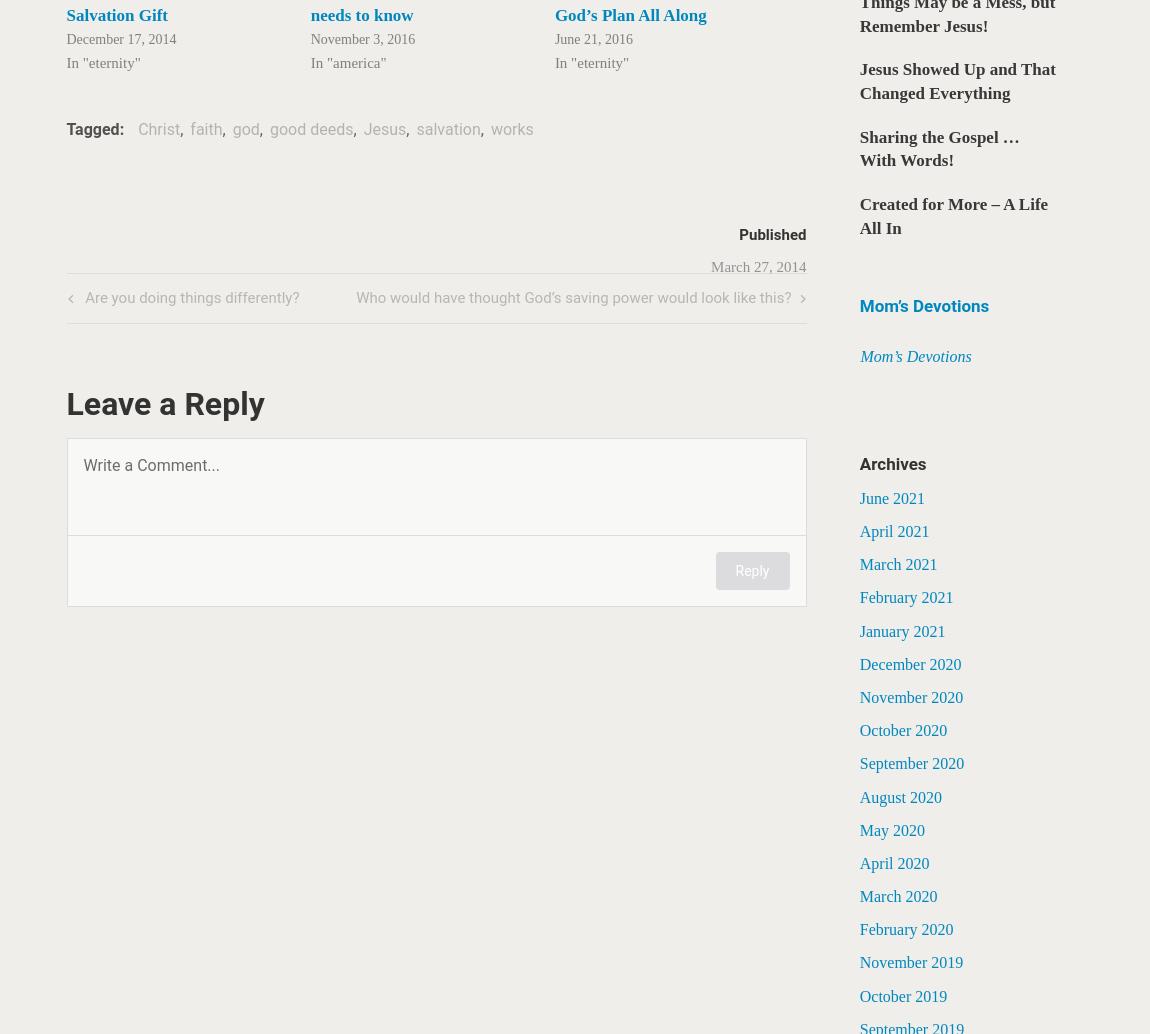 This screenshot has height=1034, width=1150. Describe the element at coordinates (909, 663) in the screenshot. I see `'December 2020'` at that location.